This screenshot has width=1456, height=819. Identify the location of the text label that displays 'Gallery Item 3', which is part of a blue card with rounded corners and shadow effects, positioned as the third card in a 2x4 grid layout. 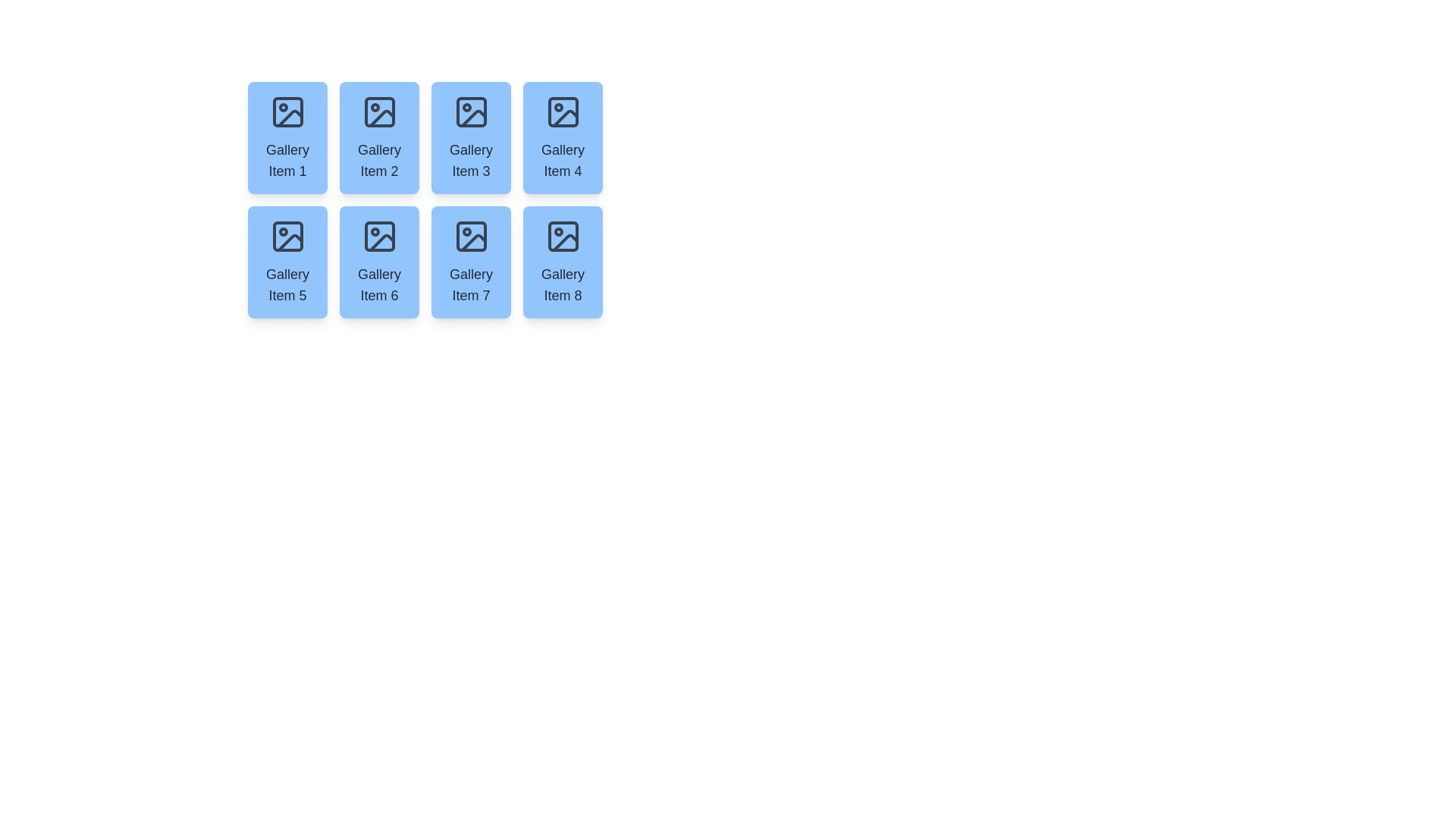
(470, 161).